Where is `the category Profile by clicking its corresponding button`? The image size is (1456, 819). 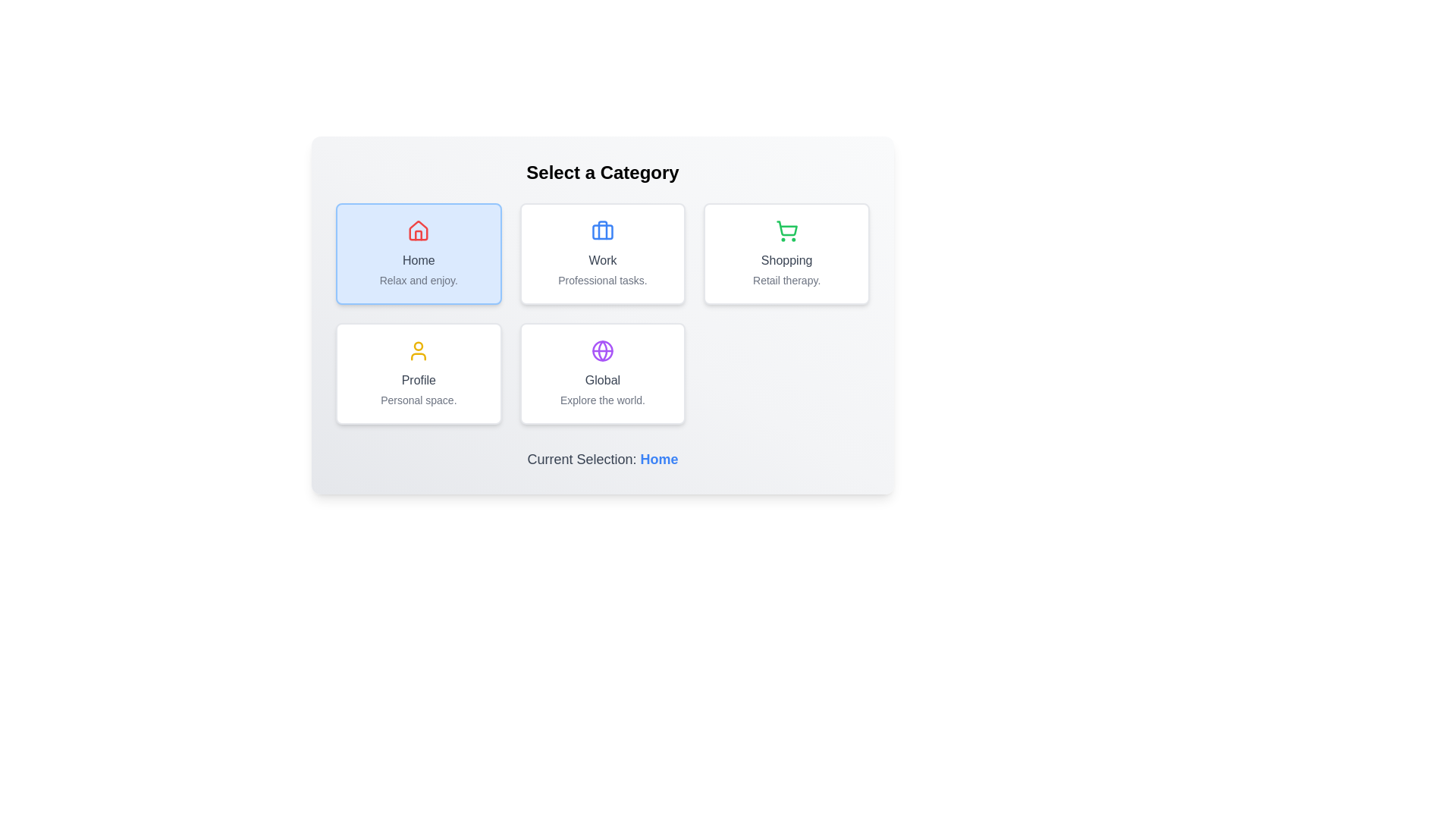 the category Profile by clicking its corresponding button is located at coordinates (419, 374).